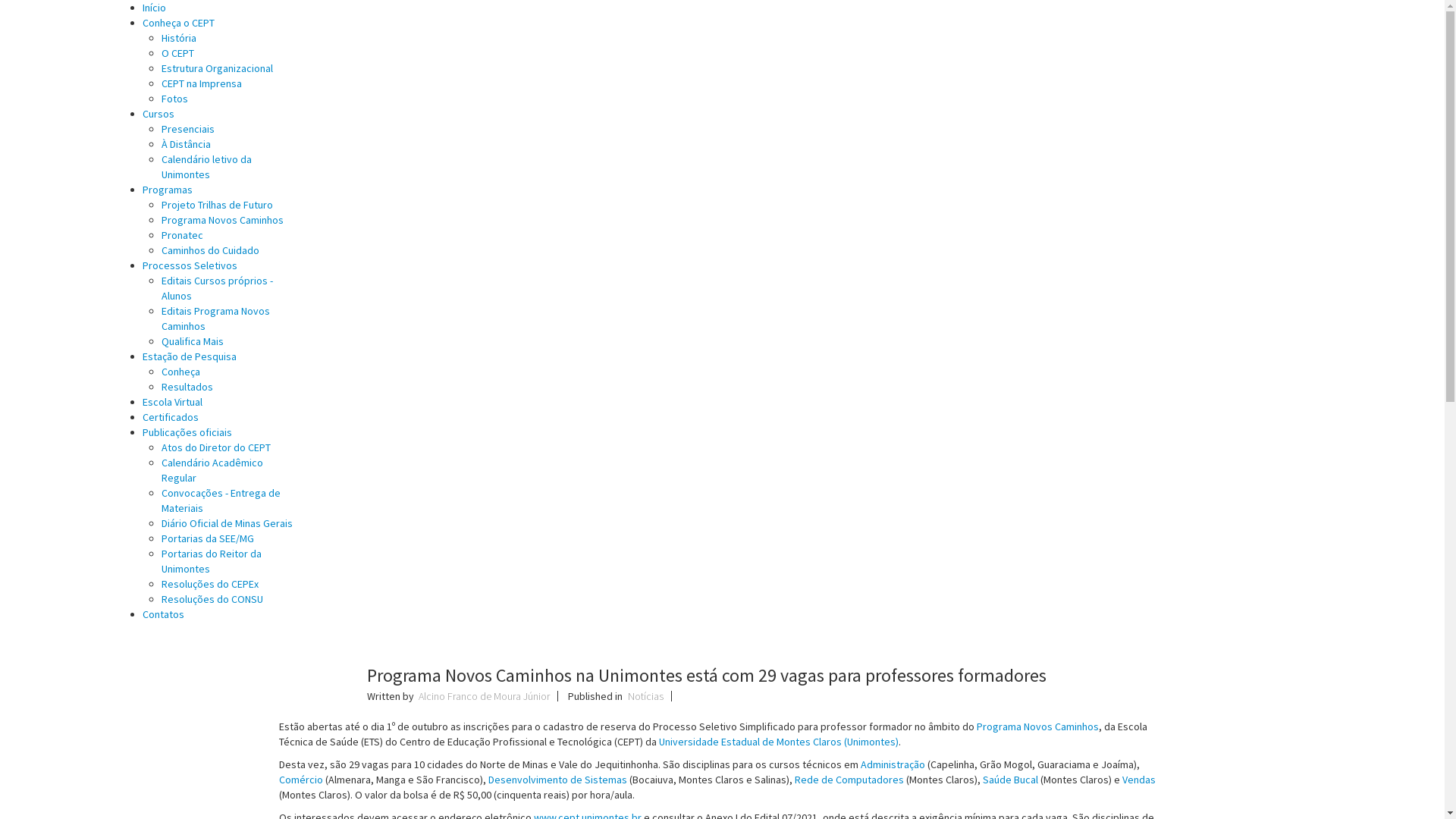 This screenshot has height=819, width=1456. Describe the element at coordinates (200, 83) in the screenshot. I see `'CEPT na Imprensa'` at that location.